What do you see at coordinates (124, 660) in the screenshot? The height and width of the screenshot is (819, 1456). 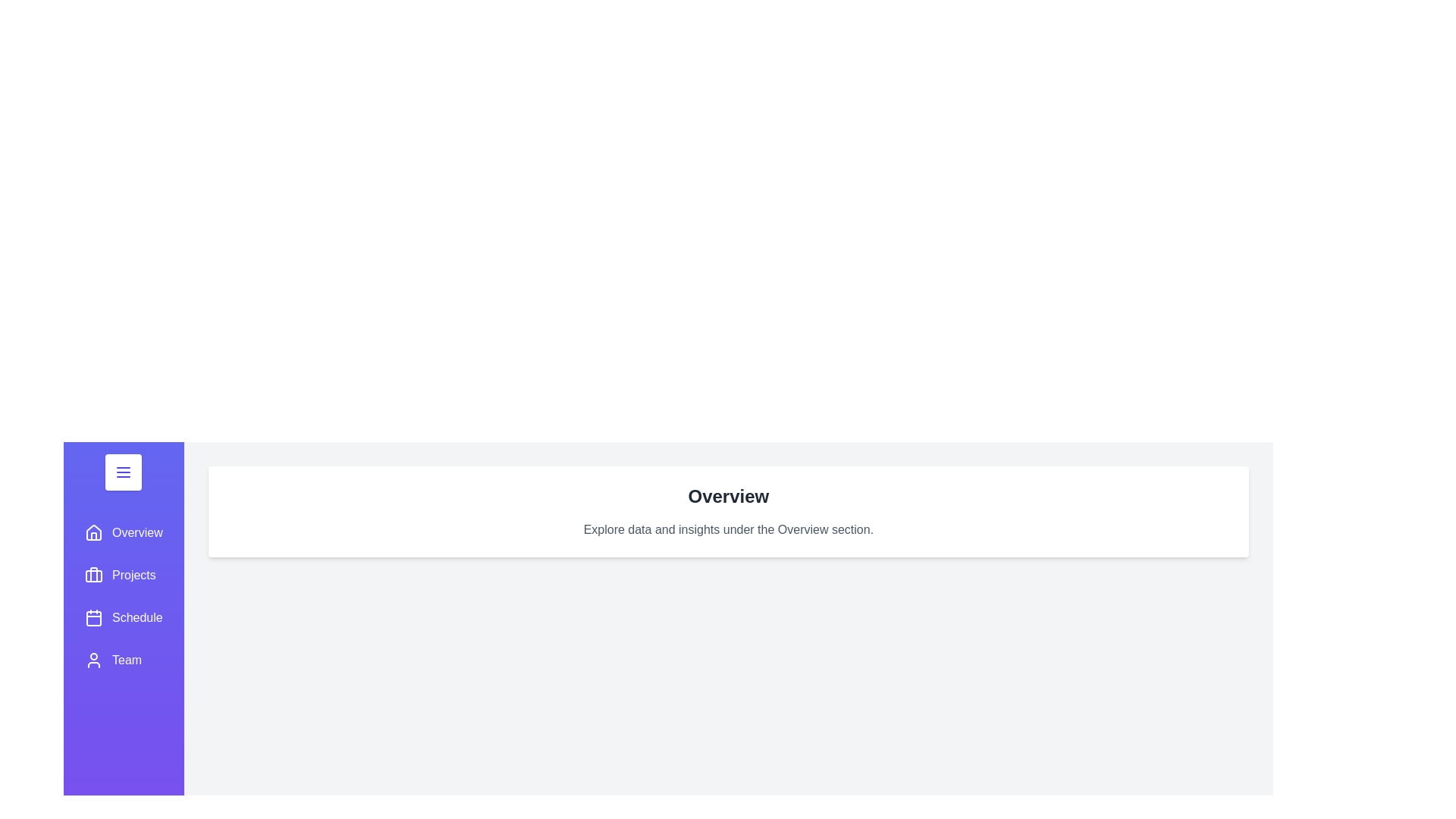 I see `the section Team from the sidebar` at bounding box center [124, 660].